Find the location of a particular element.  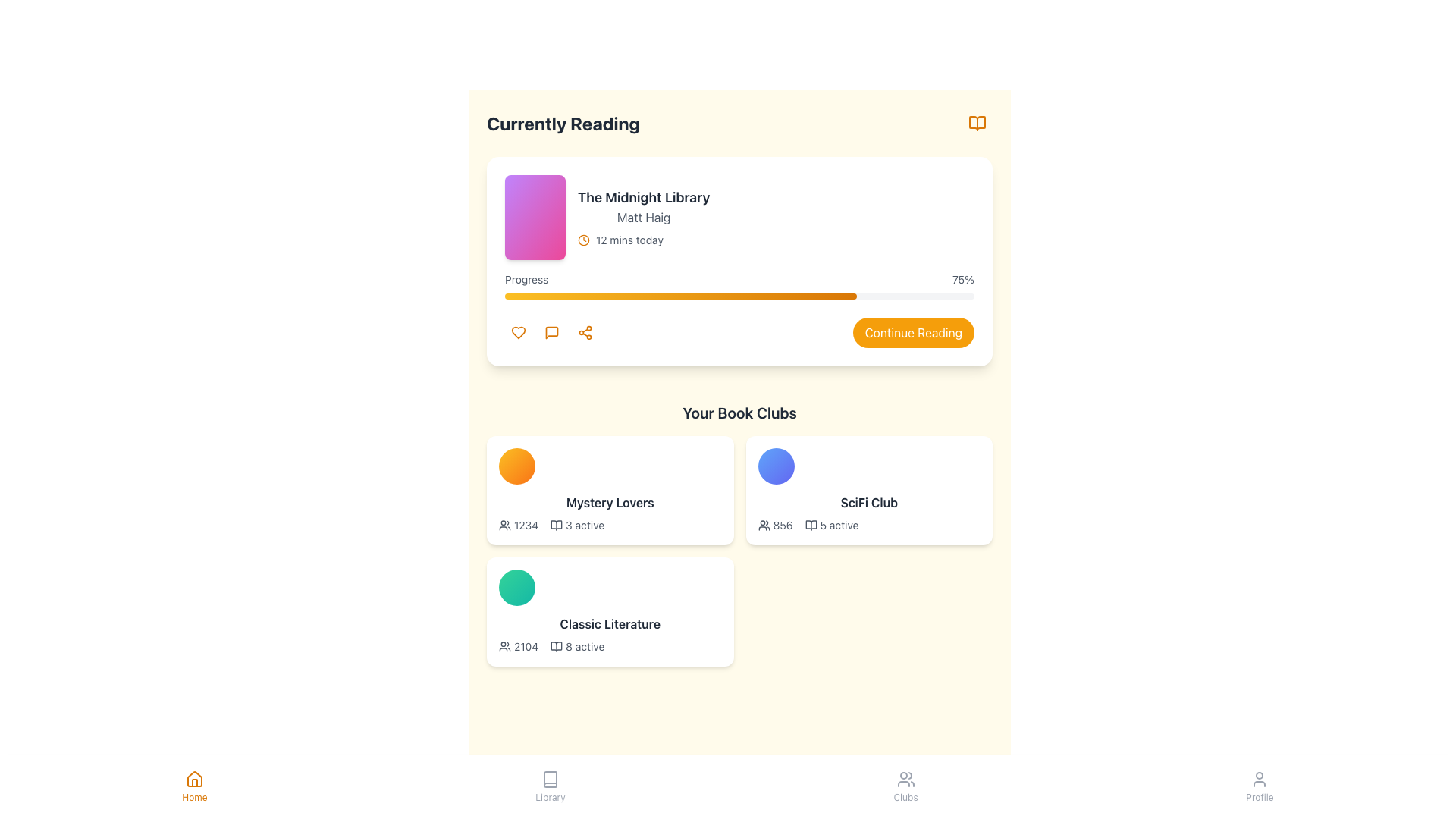

the 'Mystery Lovers' informational card, which is the leftmost card in the 'Your Book Clubs' section, located below 'Currently Reading' is located at coordinates (610, 491).